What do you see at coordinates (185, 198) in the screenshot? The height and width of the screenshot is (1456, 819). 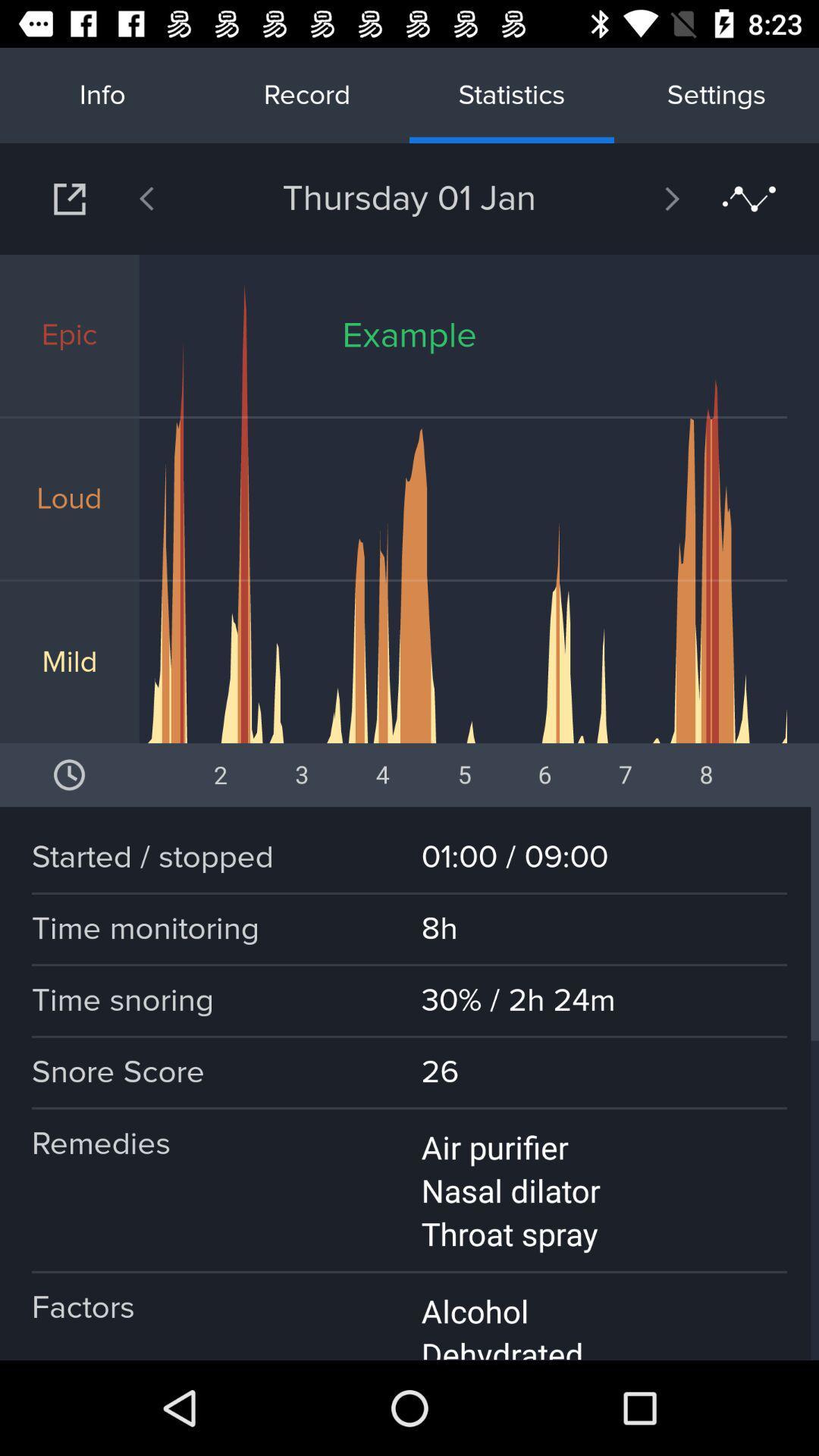 I see `the icon above the epic app` at bounding box center [185, 198].